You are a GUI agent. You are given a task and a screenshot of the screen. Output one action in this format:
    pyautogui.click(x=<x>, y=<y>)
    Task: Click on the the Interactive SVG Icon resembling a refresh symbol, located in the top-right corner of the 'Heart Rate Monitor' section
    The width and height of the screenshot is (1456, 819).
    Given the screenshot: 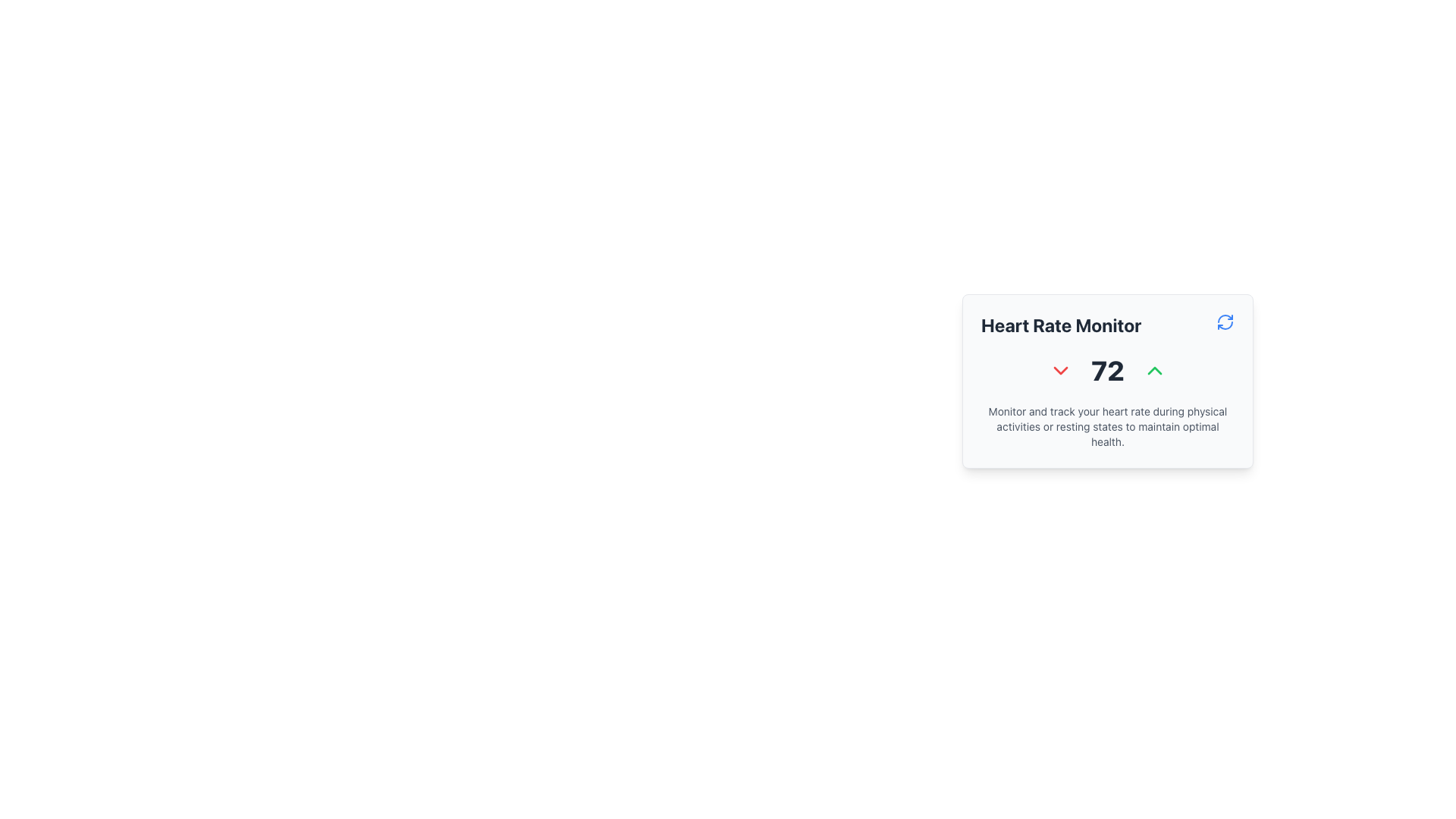 What is the action you would take?
    pyautogui.click(x=1225, y=321)
    